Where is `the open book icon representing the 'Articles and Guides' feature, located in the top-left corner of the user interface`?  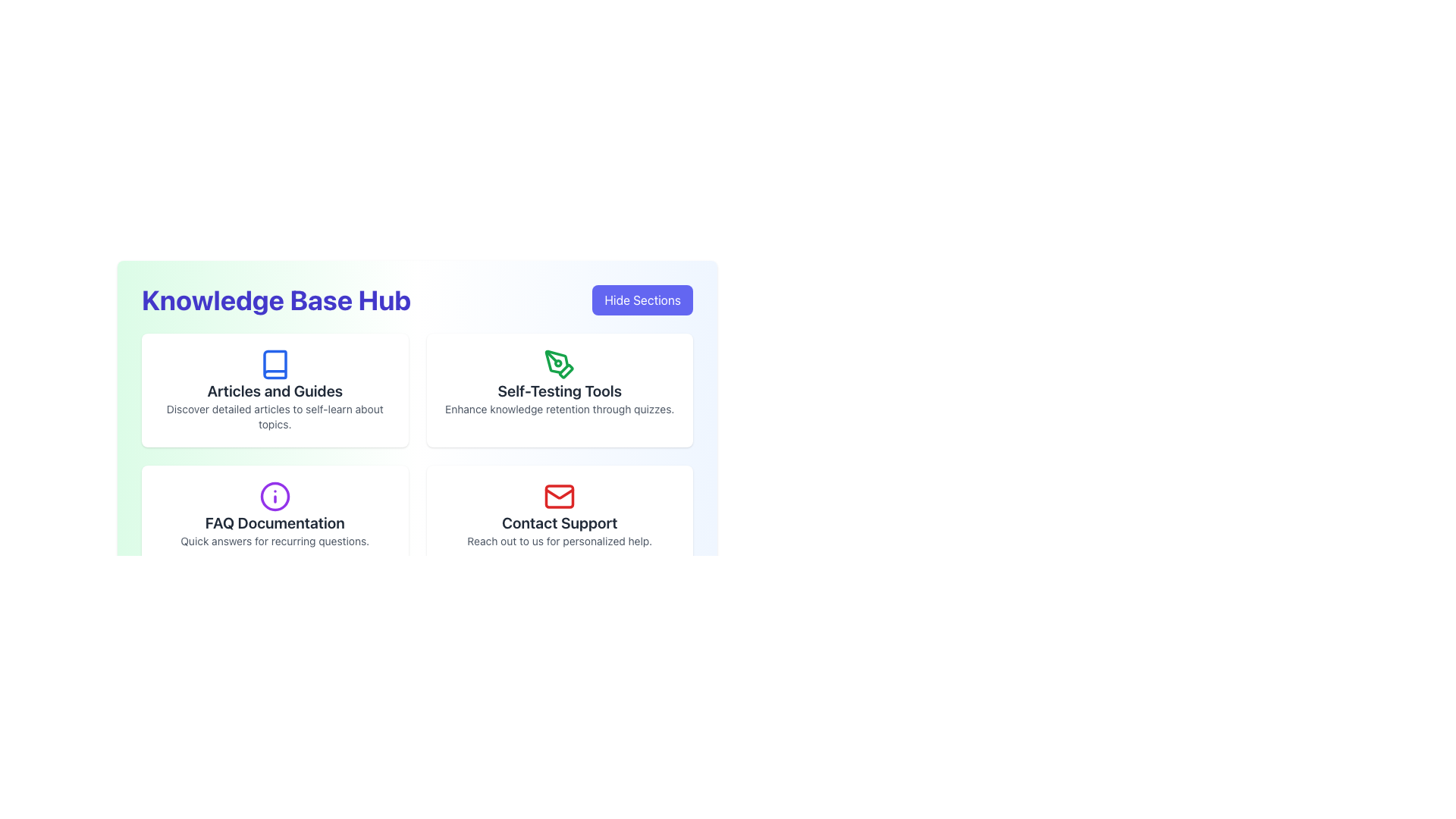
the open book icon representing the 'Articles and Guides' feature, located in the top-left corner of the user interface is located at coordinates (275, 365).